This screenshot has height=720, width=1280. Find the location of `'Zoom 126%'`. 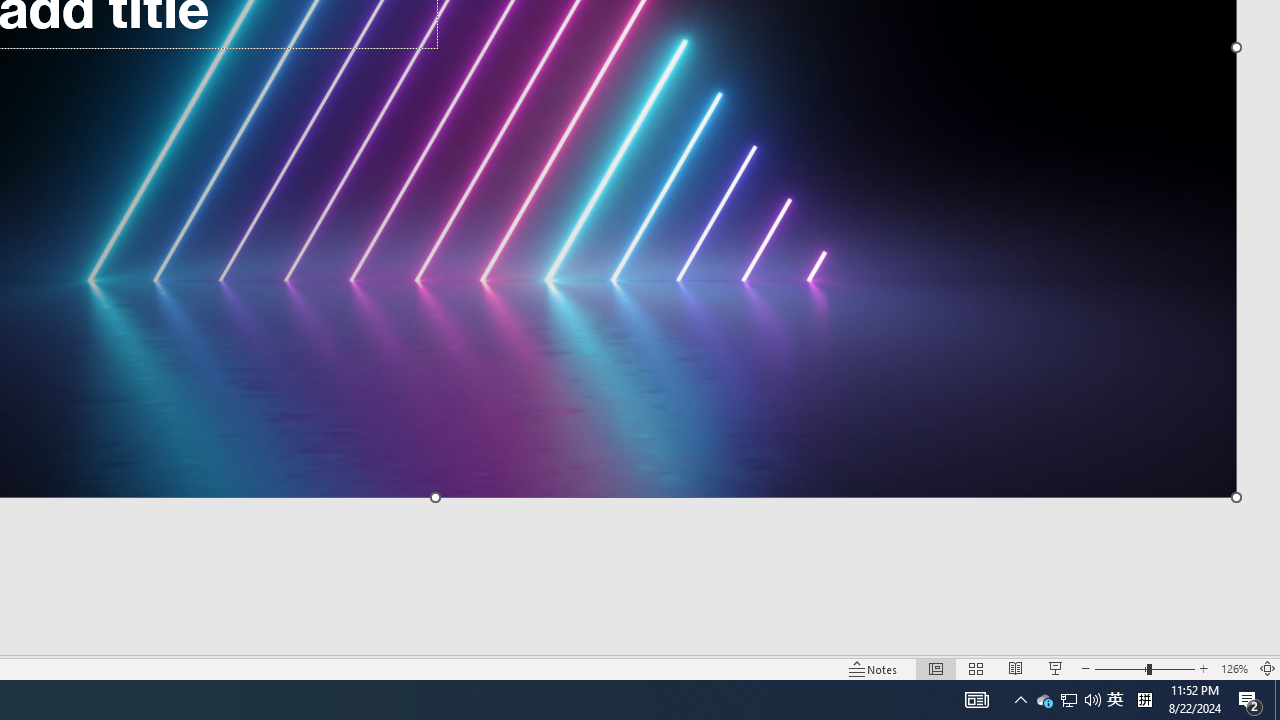

'Zoom 126%' is located at coordinates (1233, 669).